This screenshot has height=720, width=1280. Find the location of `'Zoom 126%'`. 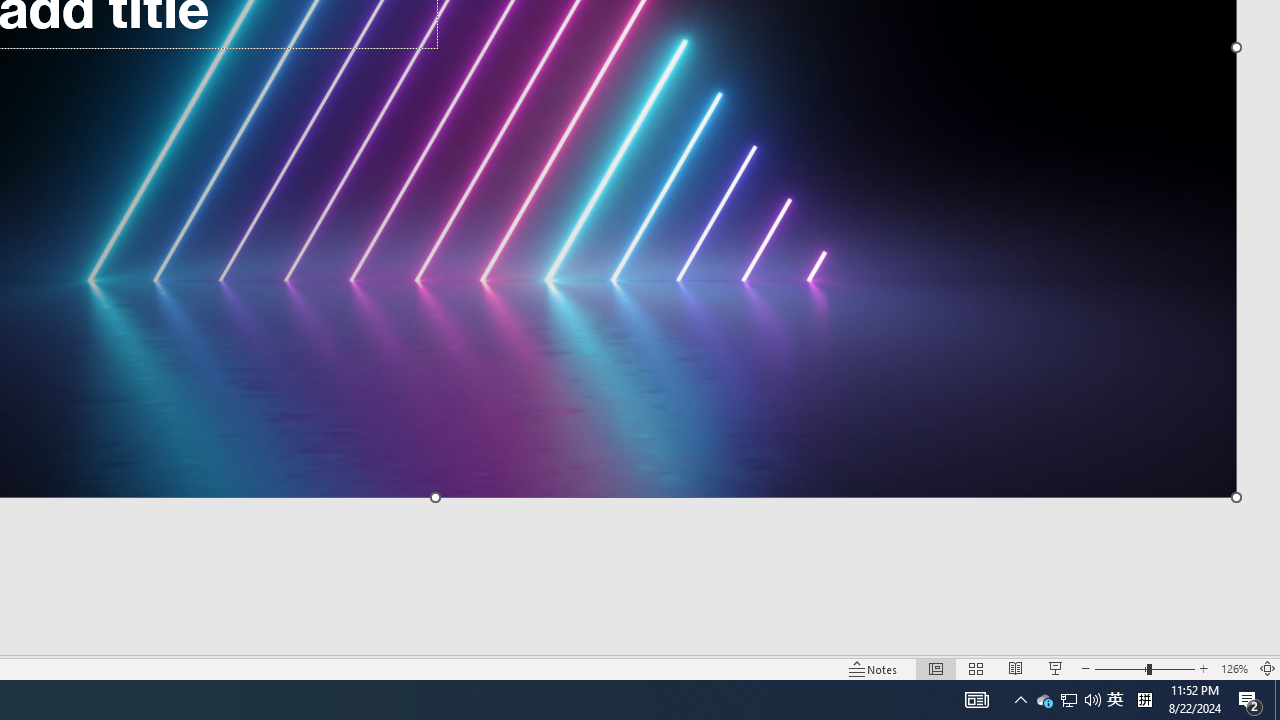

'Zoom 126%' is located at coordinates (1233, 669).